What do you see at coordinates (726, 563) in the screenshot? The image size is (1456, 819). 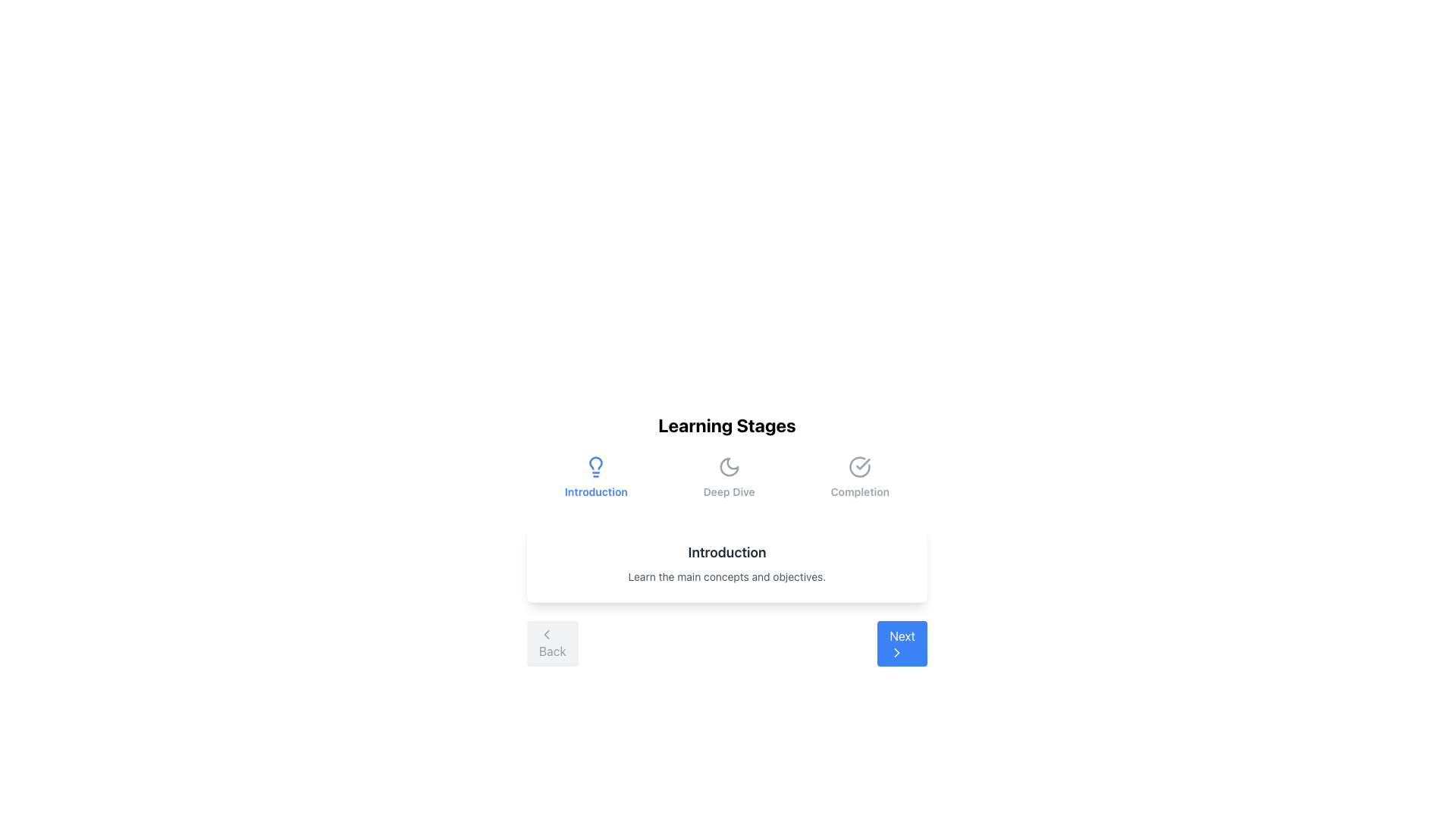 I see `the Informational text display box located centrally below the 'Learning Stages' header and above the 'Back' and 'Next' buttons` at bounding box center [726, 563].